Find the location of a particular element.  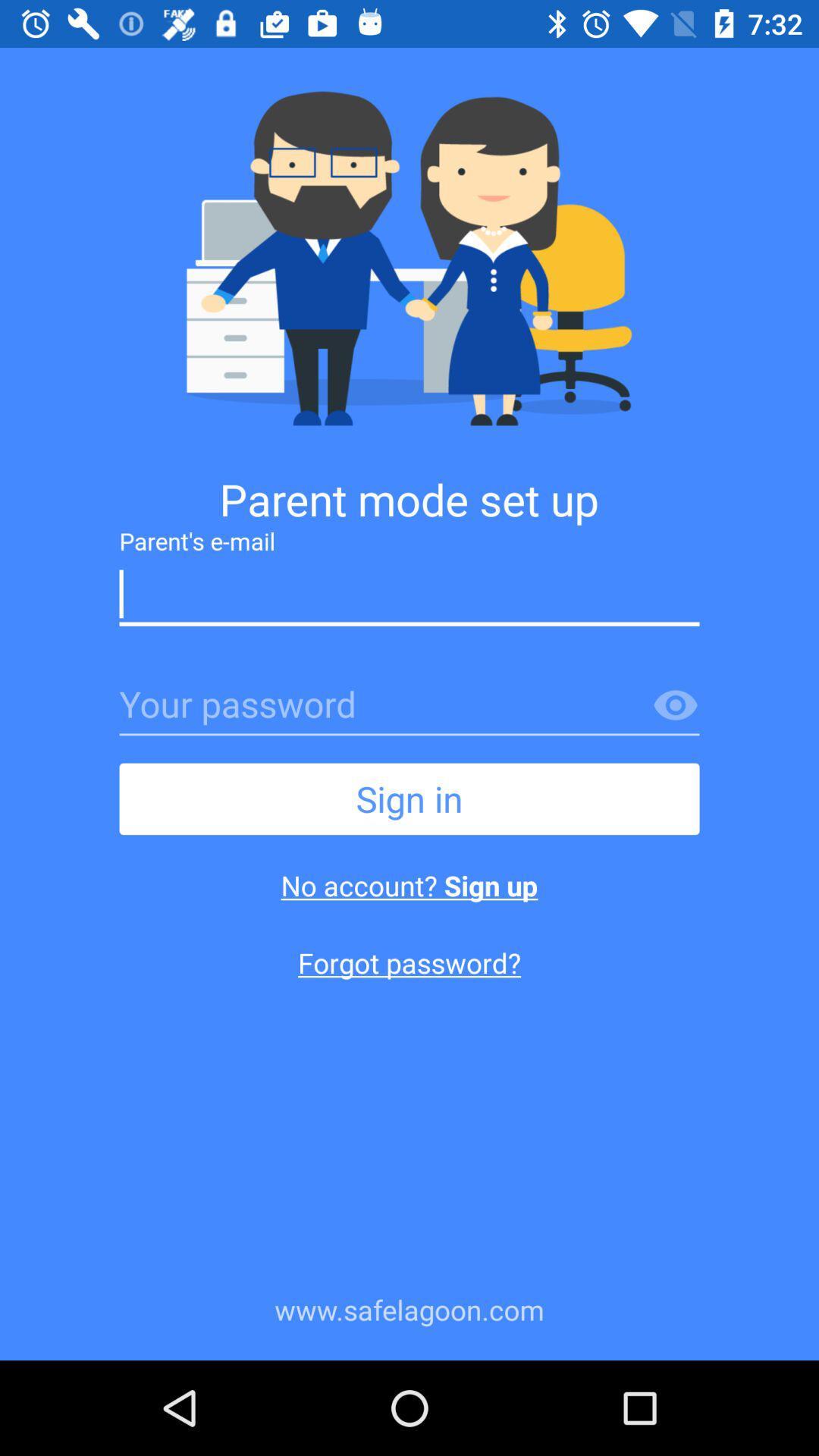

the visibility icon is located at coordinates (675, 705).